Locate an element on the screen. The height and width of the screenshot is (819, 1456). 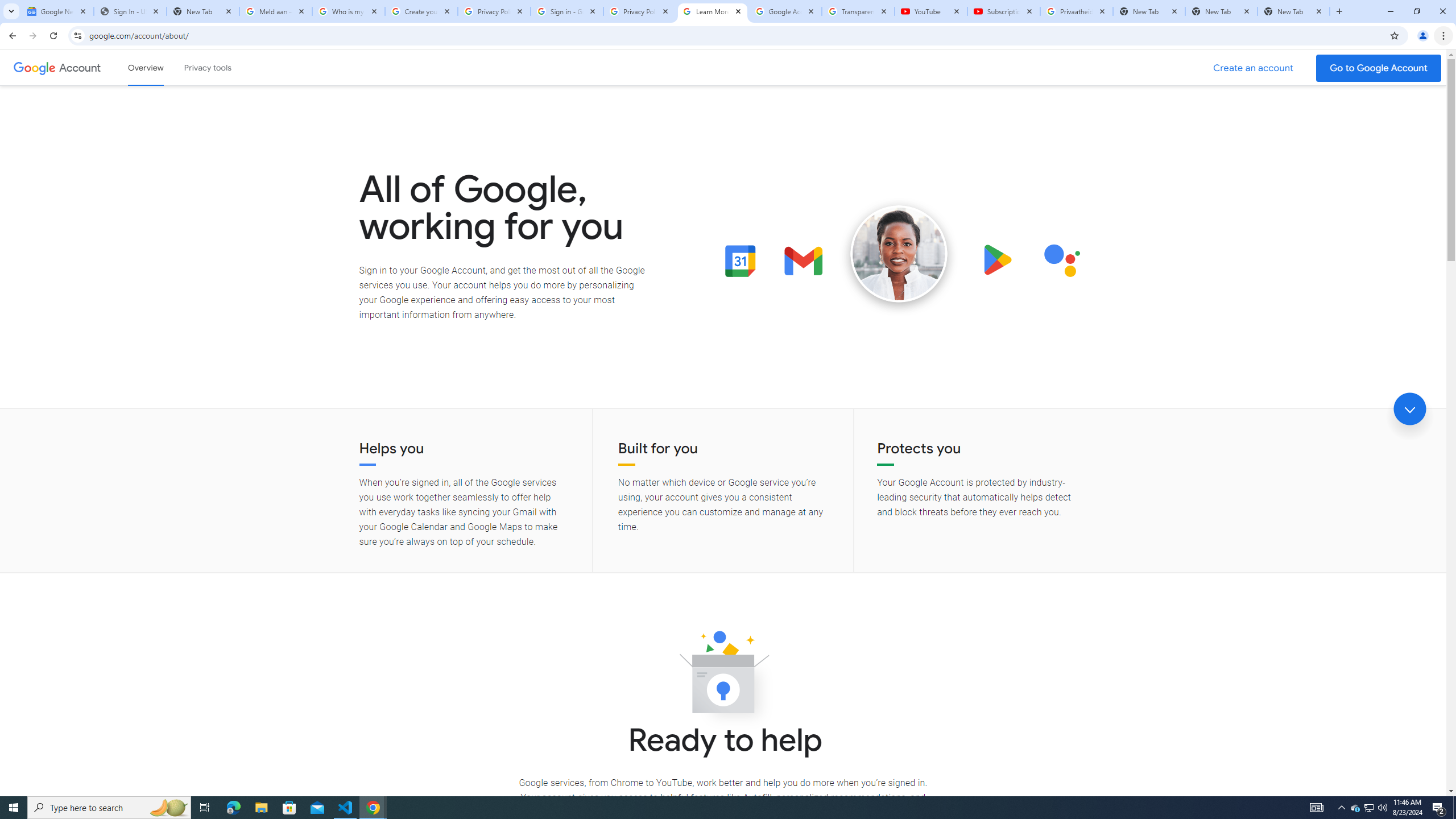
'Who is my administrator? - Google Account Help' is located at coordinates (348, 11).